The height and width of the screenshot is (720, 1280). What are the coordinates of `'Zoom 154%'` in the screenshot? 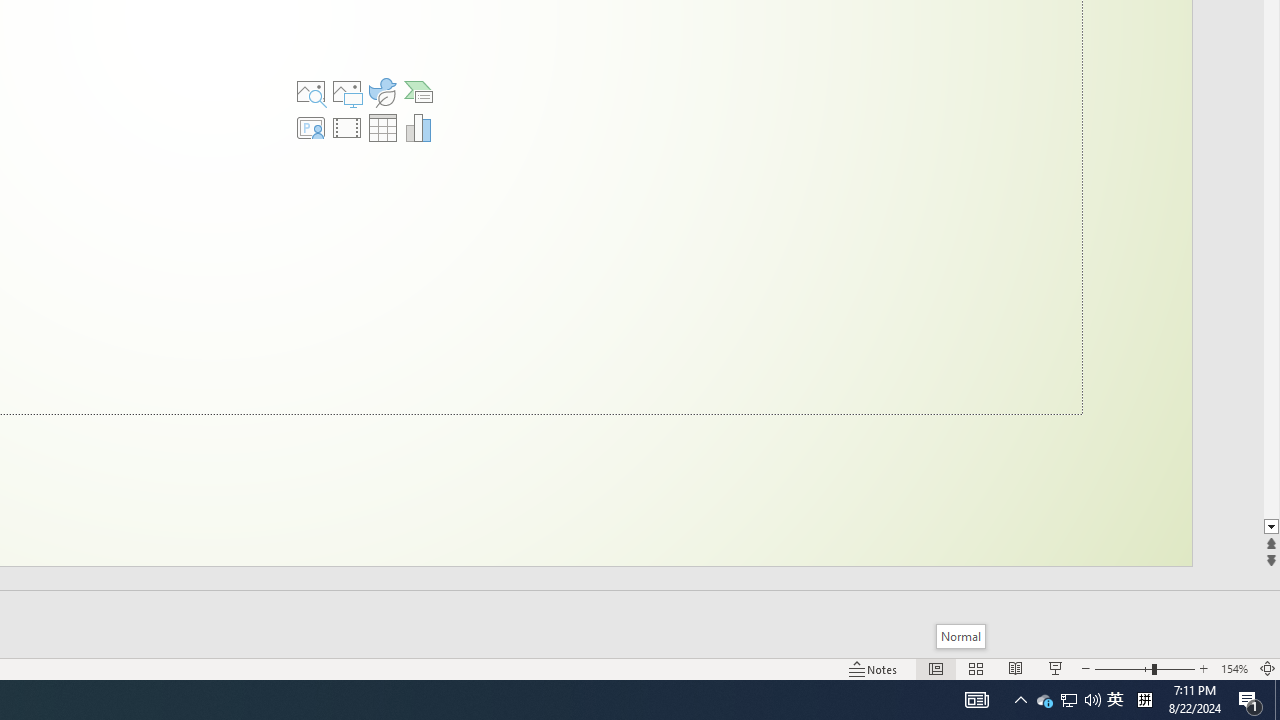 It's located at (1233, 669).